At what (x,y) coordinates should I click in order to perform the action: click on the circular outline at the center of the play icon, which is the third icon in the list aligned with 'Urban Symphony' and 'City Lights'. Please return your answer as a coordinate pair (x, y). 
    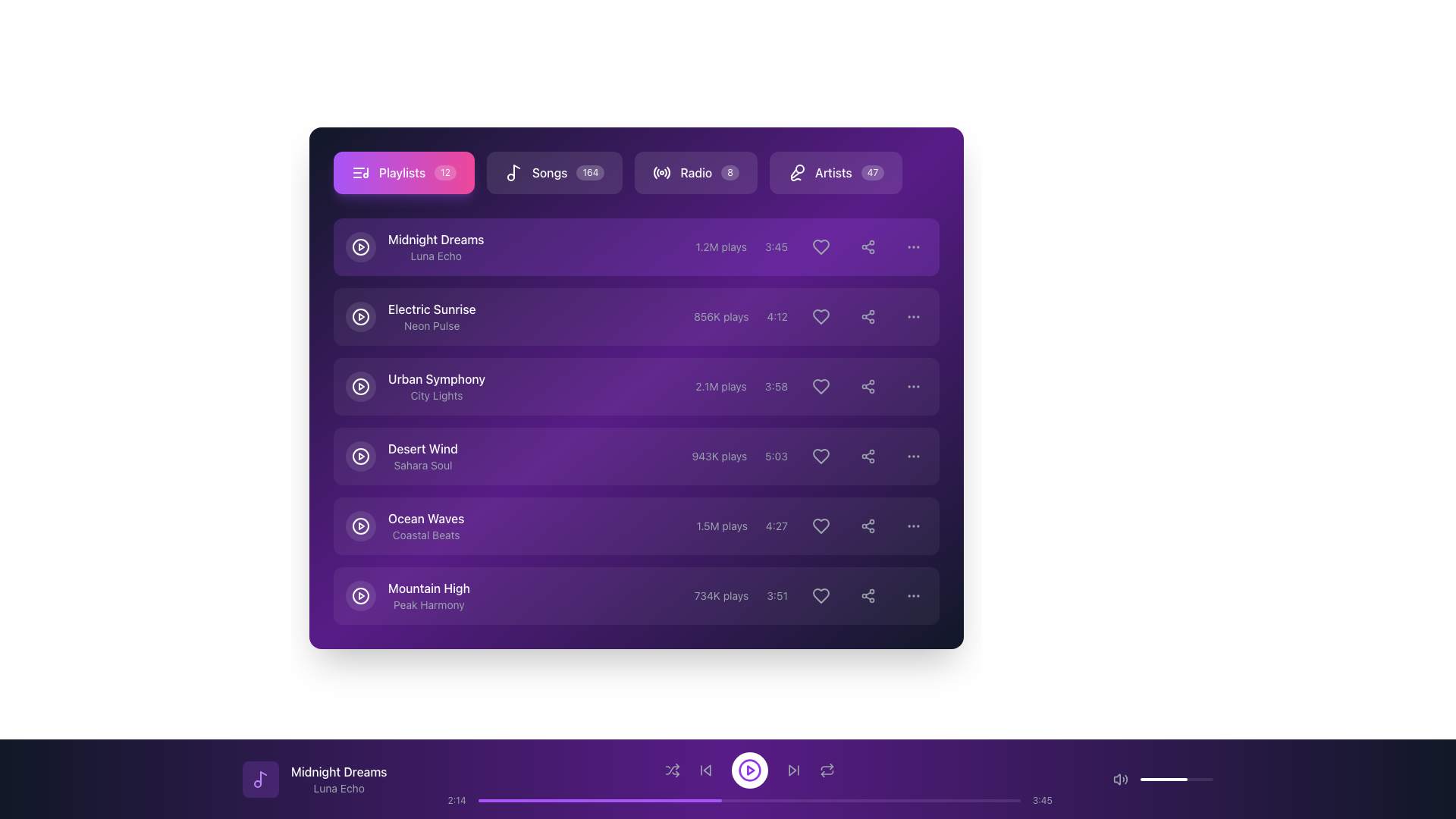
    Looking at the image, I should click on (359, 385).